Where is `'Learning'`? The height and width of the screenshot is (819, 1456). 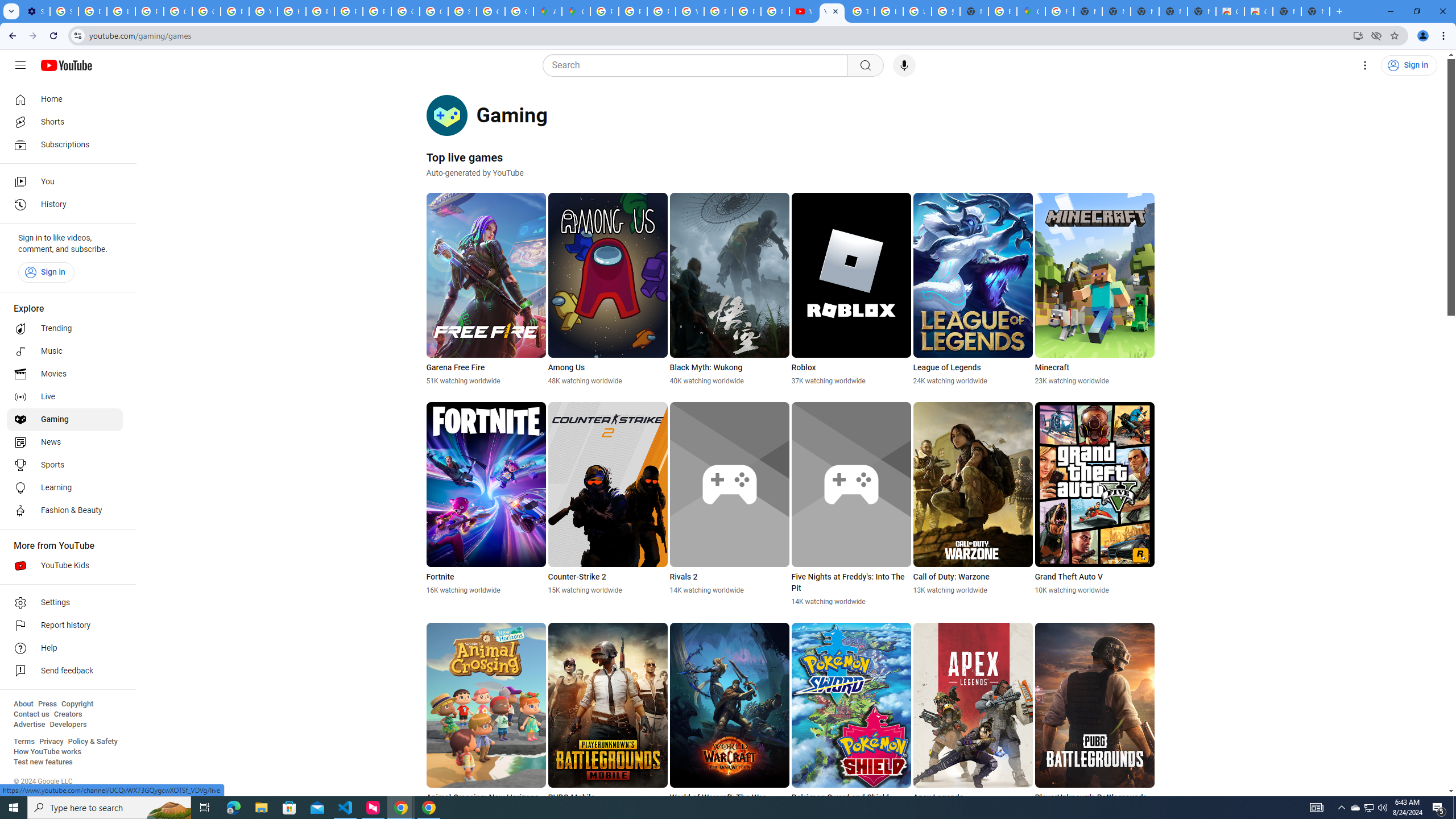 'Learning' is located at coordinates (64, 487).